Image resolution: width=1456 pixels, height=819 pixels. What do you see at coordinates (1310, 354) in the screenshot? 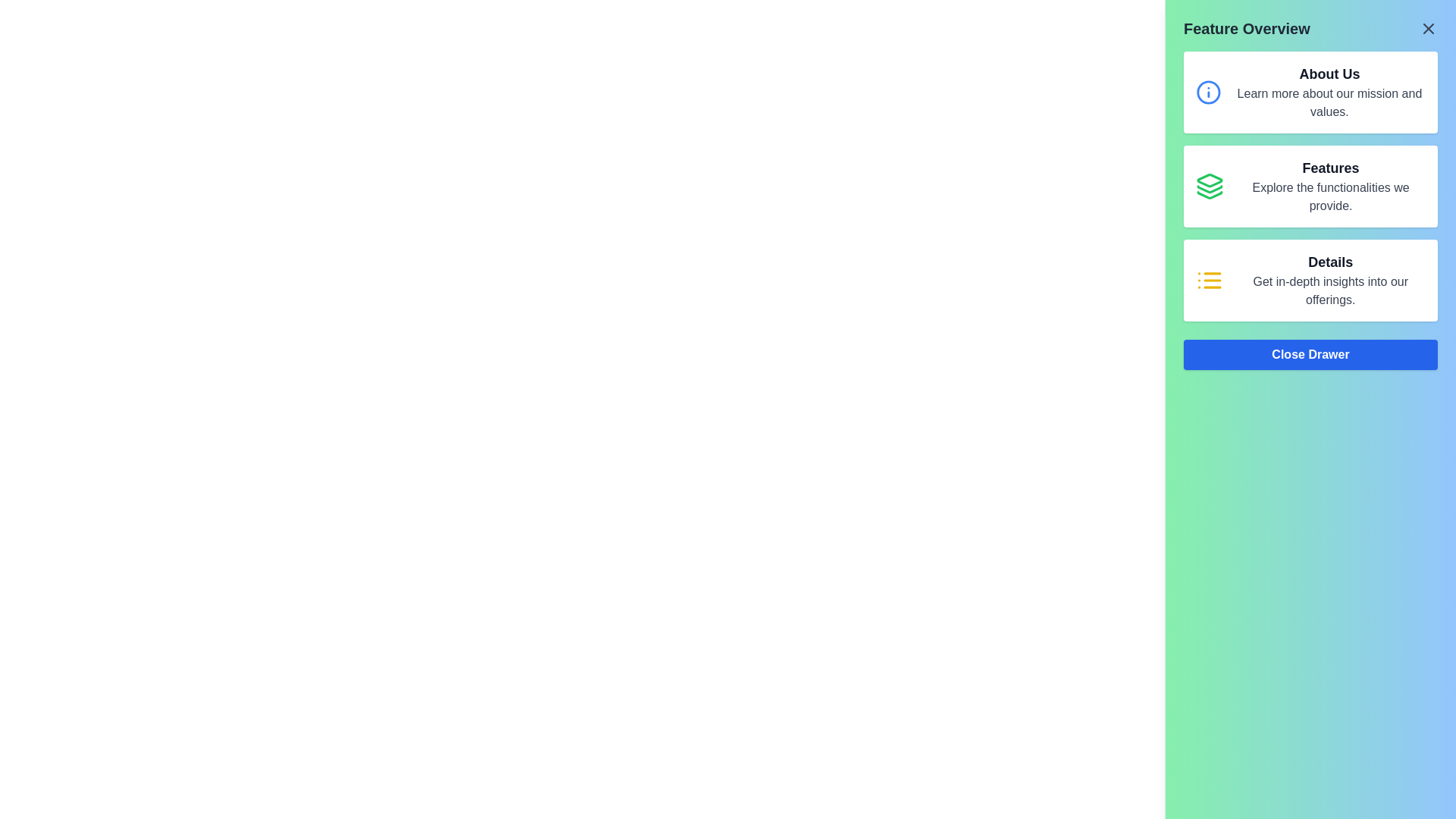
I see `the rectangular blue button labeled 'Close Drawer'` at bounding box center [1310, 354].